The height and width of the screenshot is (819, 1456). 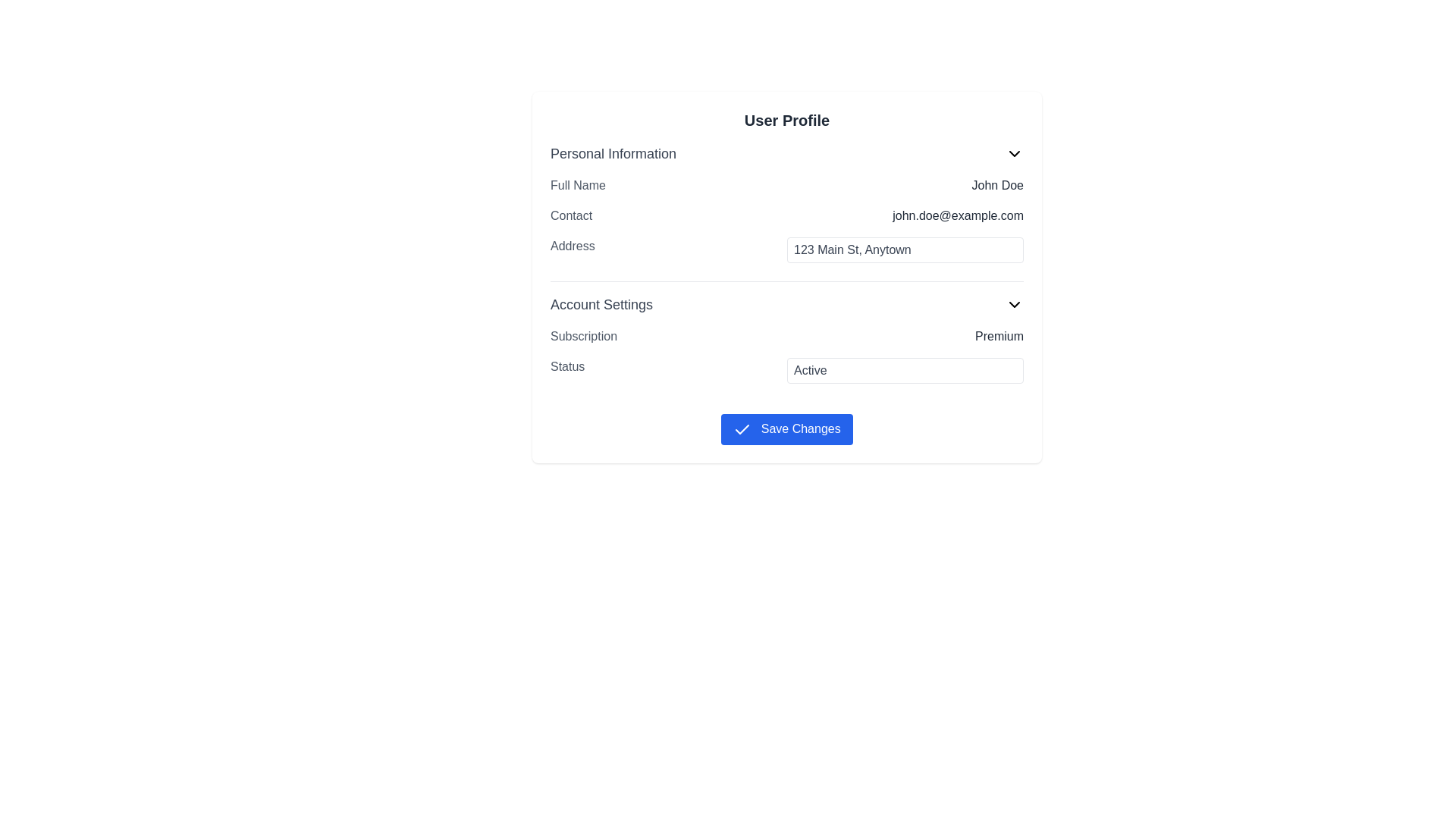 I want to click on the Information Display Section titled 'Personal Information' which contains the user's name, email, and address, located in the top area of the card interface, so click(x=786, y=206).